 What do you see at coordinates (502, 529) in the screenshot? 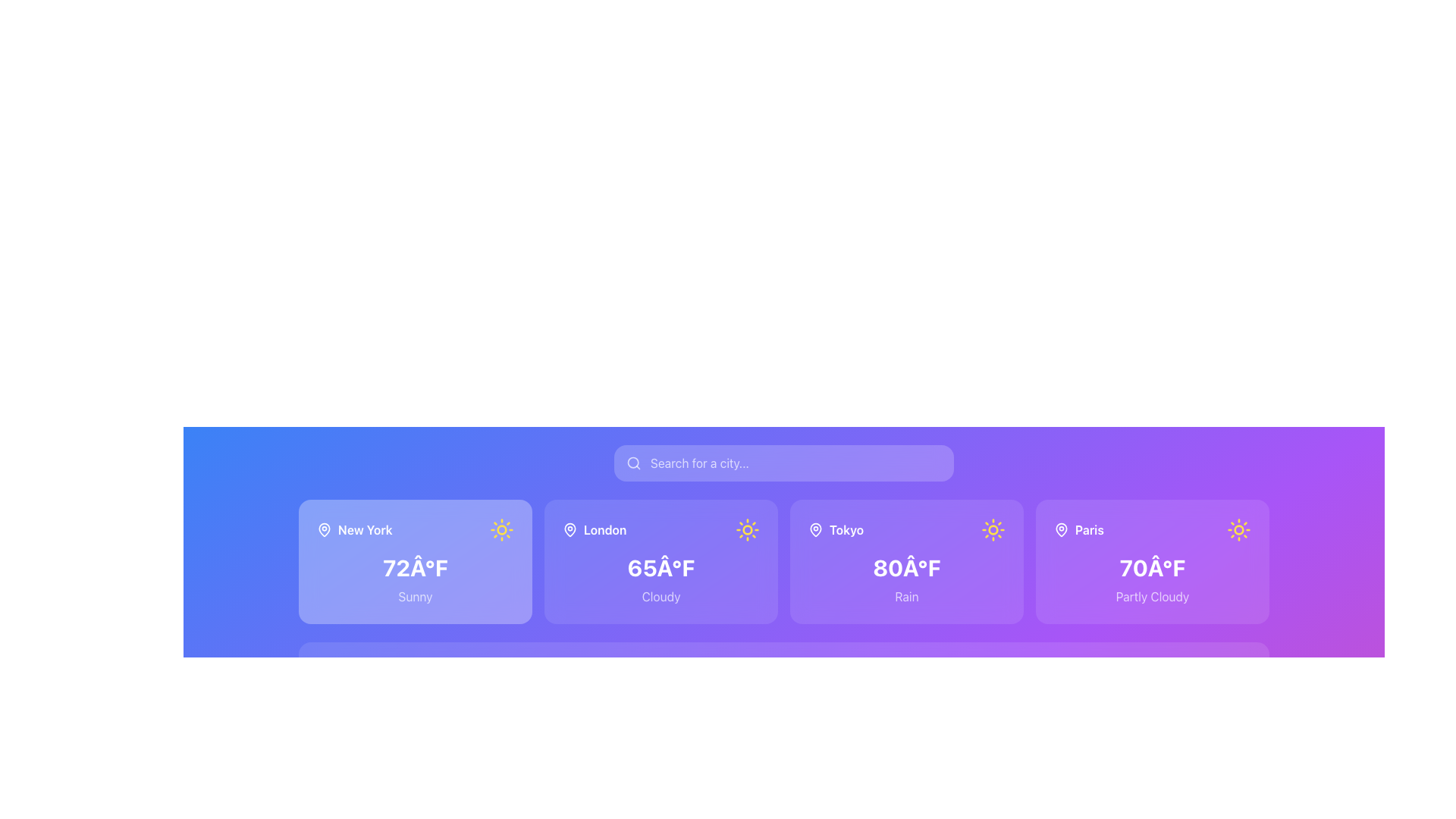
I see `the SVG circle element representing sunny weather located inside the weather card for 'New York', centered within the sun-shaped icon on the right side of the card` at bounding box center [502, 529].